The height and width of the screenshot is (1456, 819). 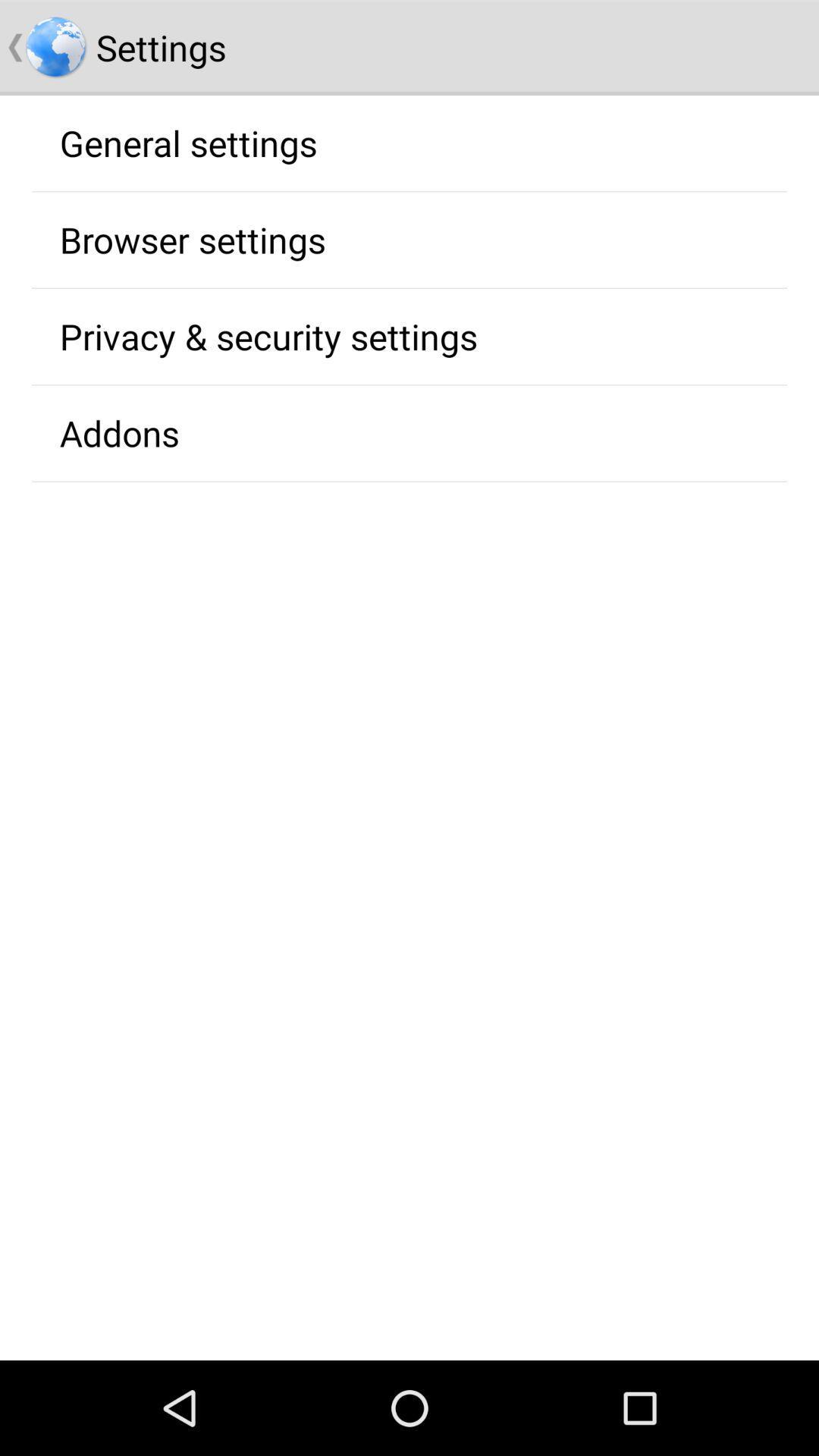 What do you see at coordinates (268, 335) in the screenshot?
I see `app above addons icon` at bounding box center [268, 335].